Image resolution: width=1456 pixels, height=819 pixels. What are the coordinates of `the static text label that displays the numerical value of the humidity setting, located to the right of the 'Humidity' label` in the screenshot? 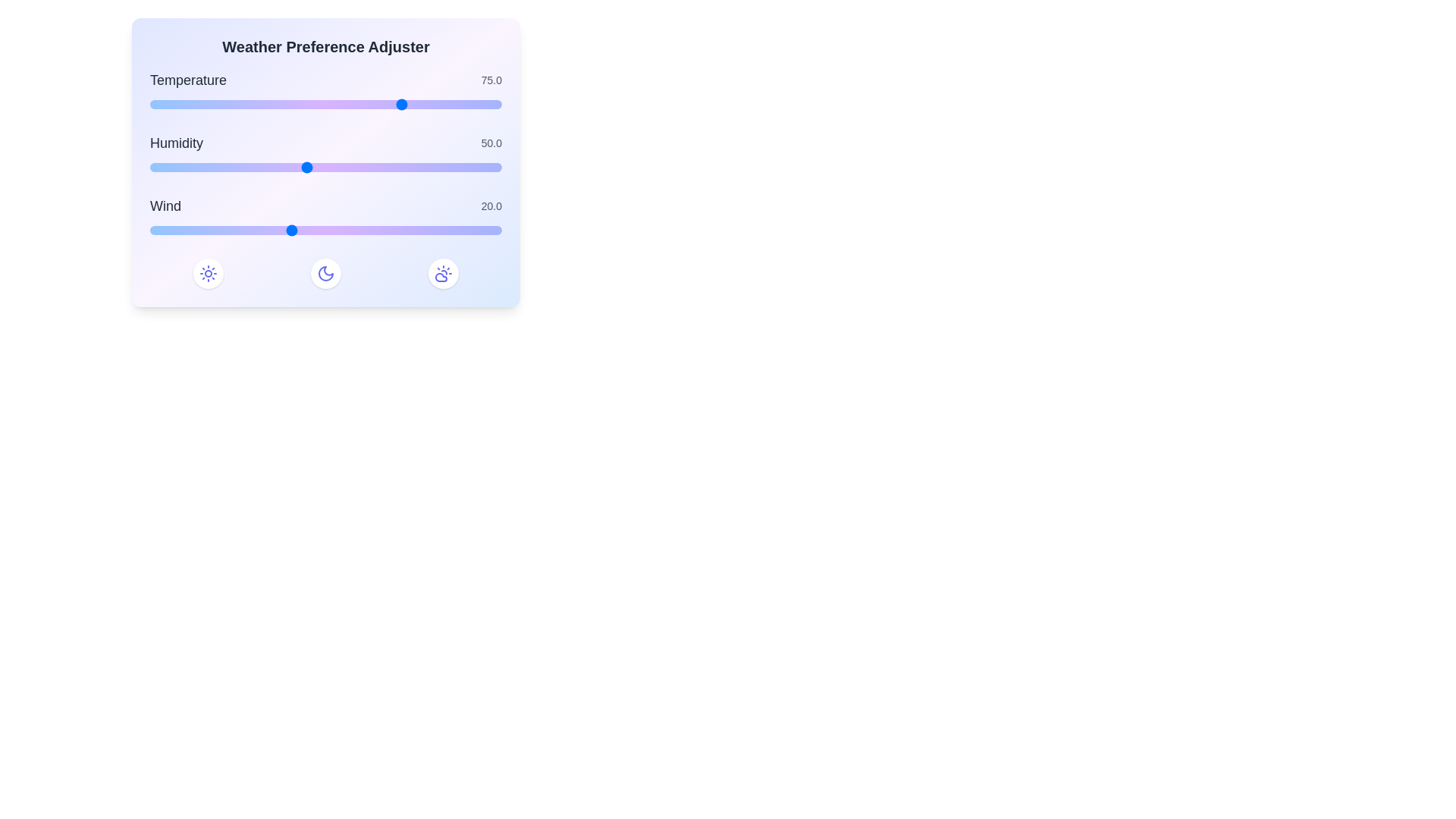 It's located at (491, 143).